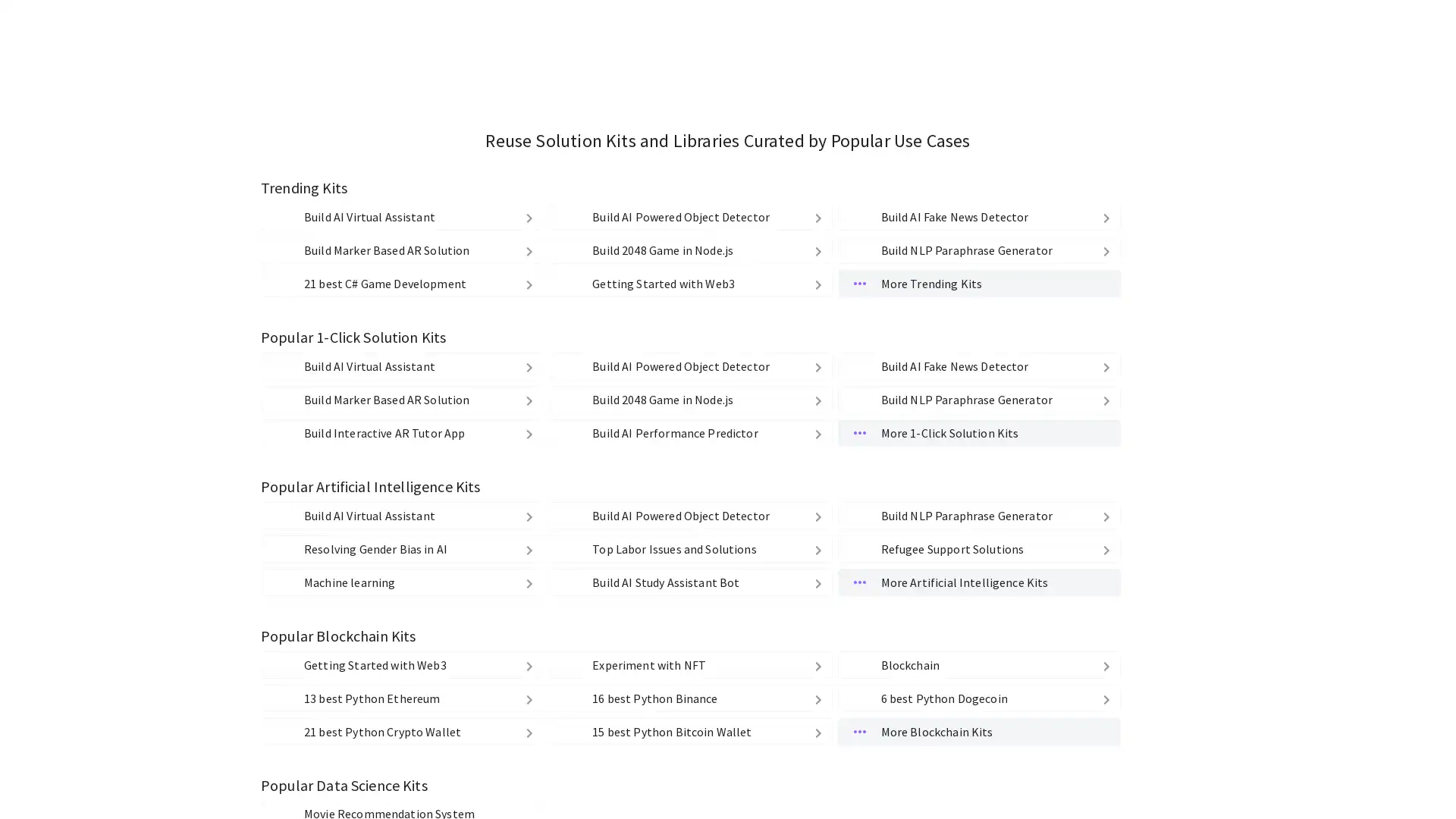  I want to click on delete, so click(1106, 748).